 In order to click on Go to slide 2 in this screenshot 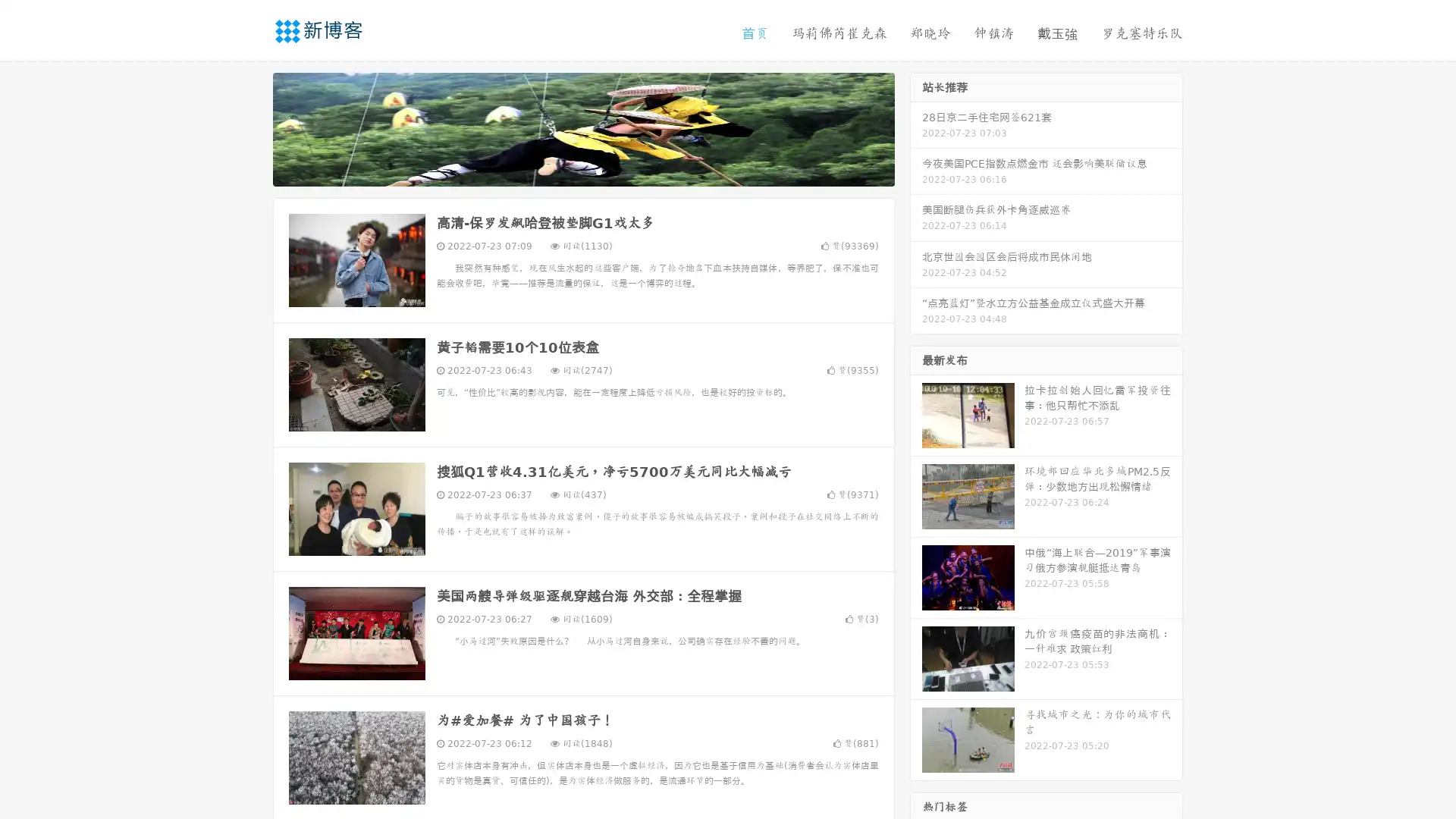, I will do `click(582, 171)`.